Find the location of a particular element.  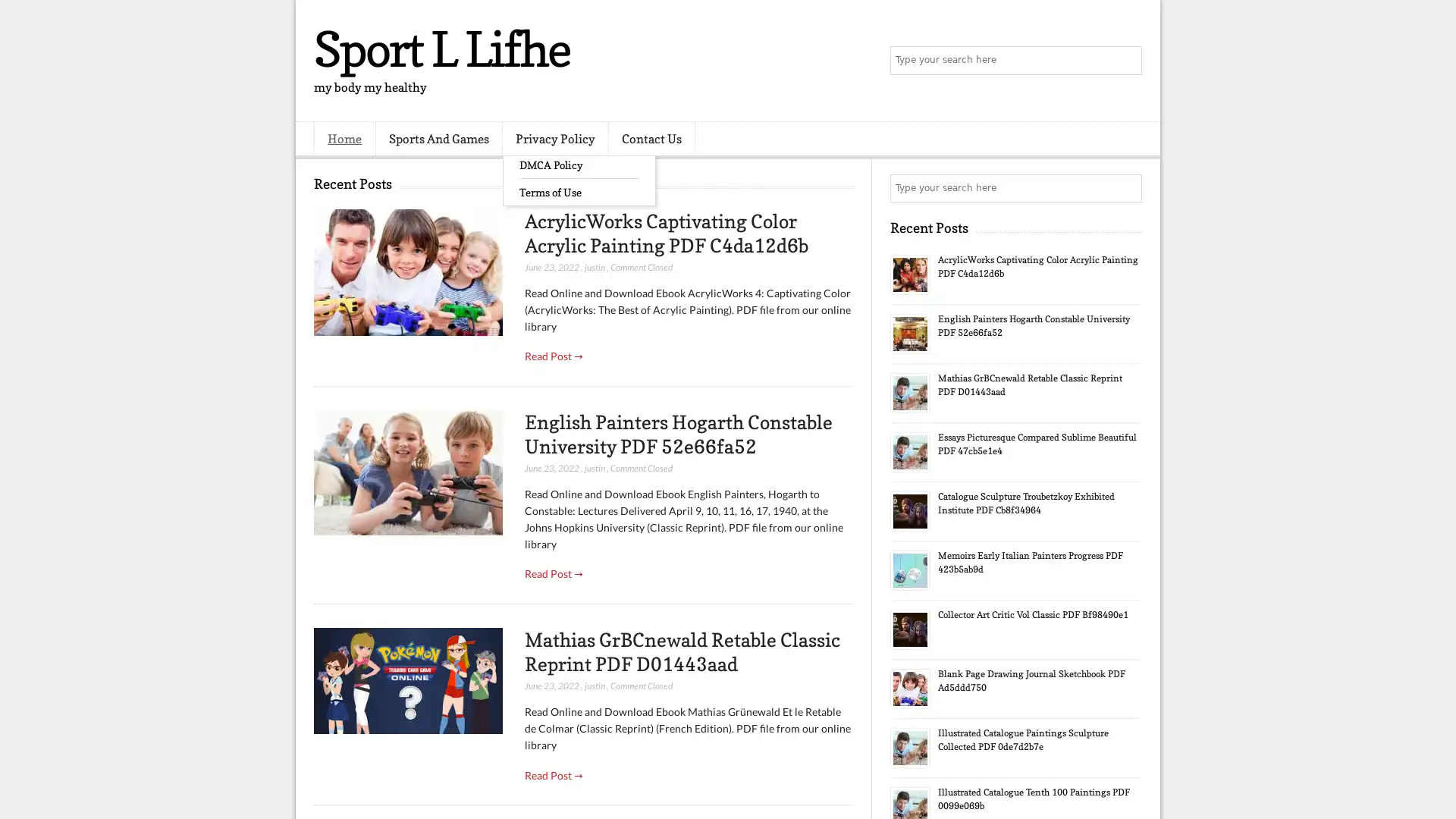

Search is located at coordinates (1126, 61).